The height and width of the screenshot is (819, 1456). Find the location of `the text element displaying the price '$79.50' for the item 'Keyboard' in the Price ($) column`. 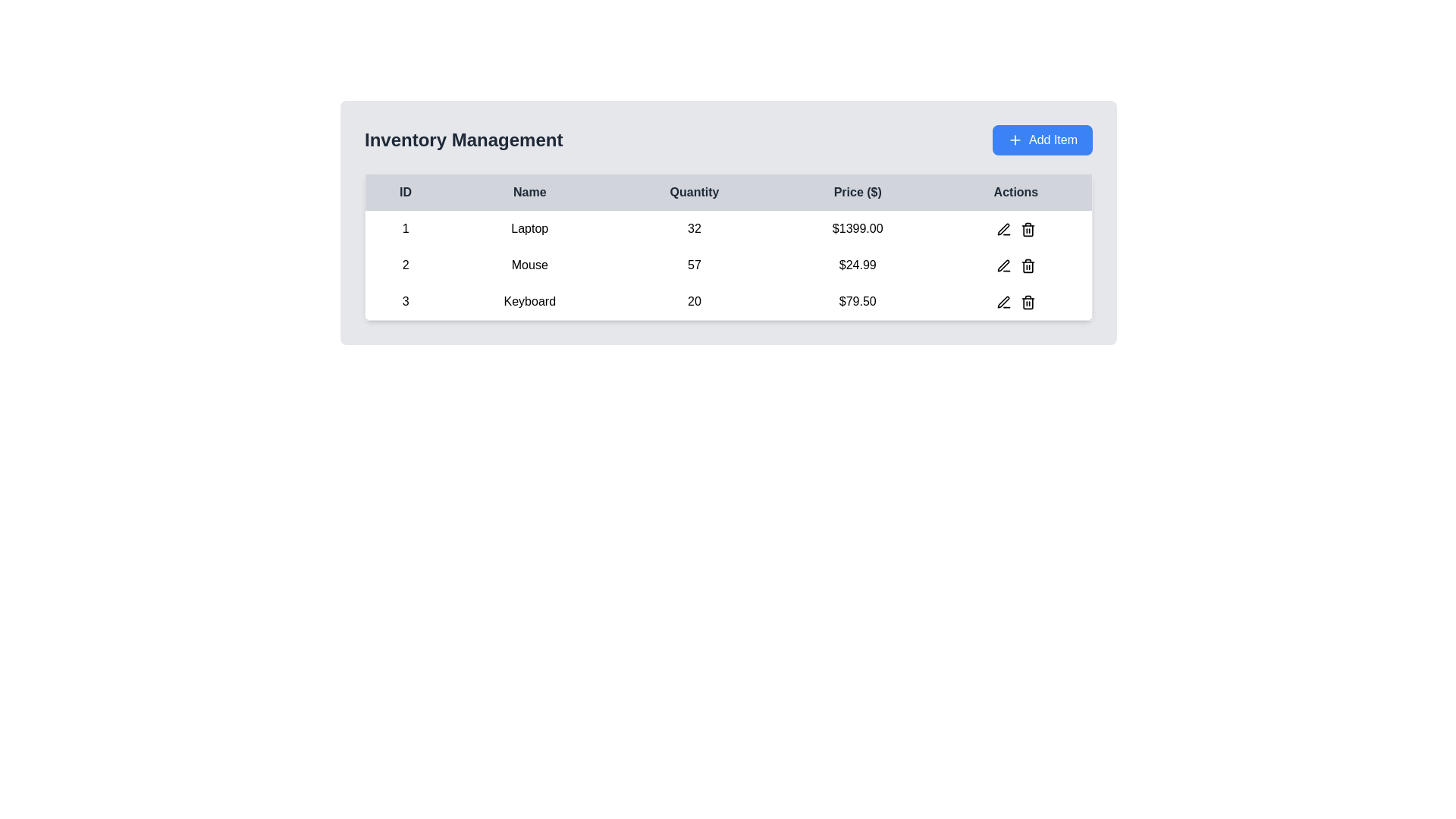

the text element displaying the price '$79.50' for the item 'Keyboard' in the Price ($) column is located at coordinates (858, 302).